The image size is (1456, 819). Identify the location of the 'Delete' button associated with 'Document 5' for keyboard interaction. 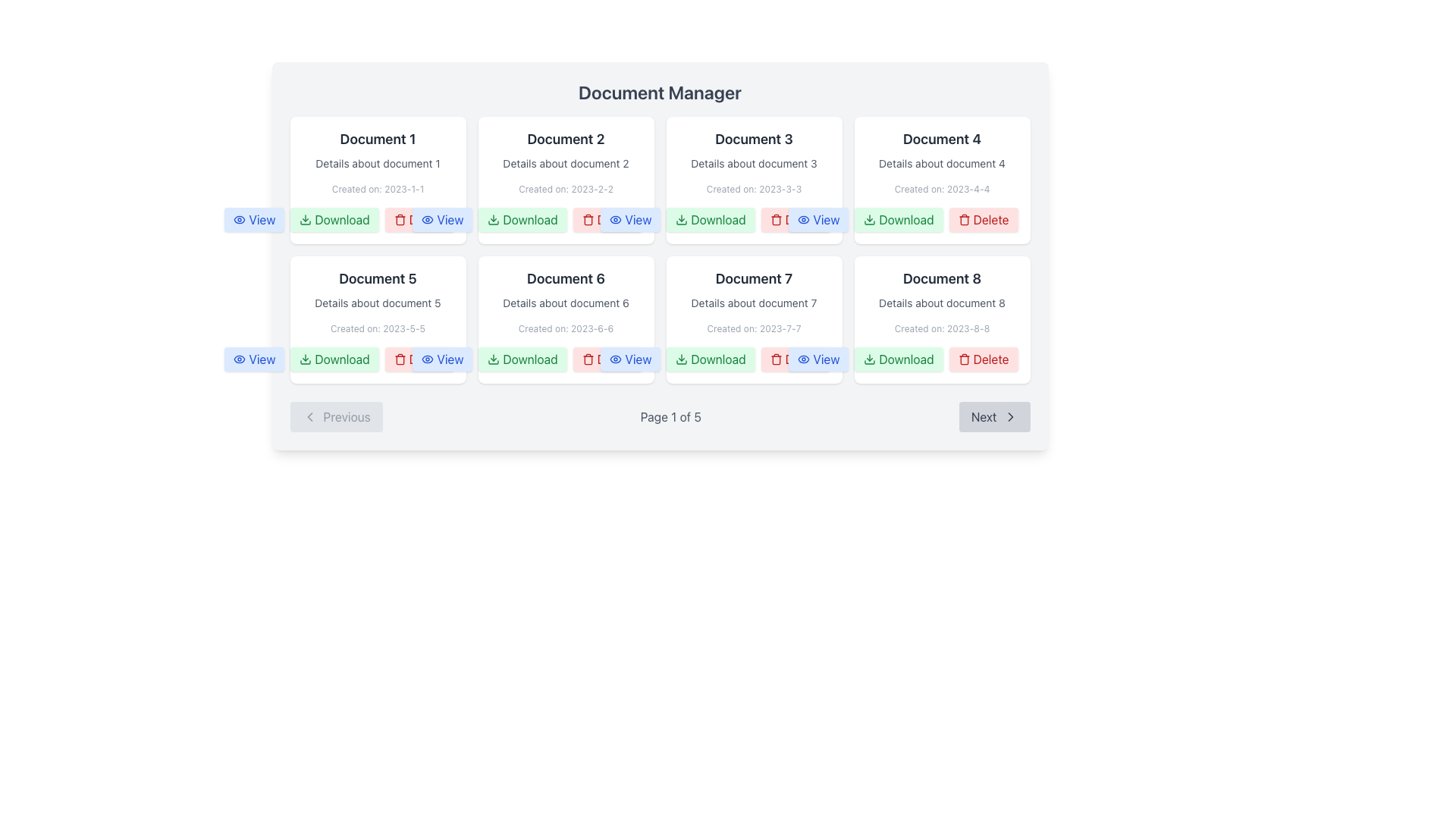
(419, 359).